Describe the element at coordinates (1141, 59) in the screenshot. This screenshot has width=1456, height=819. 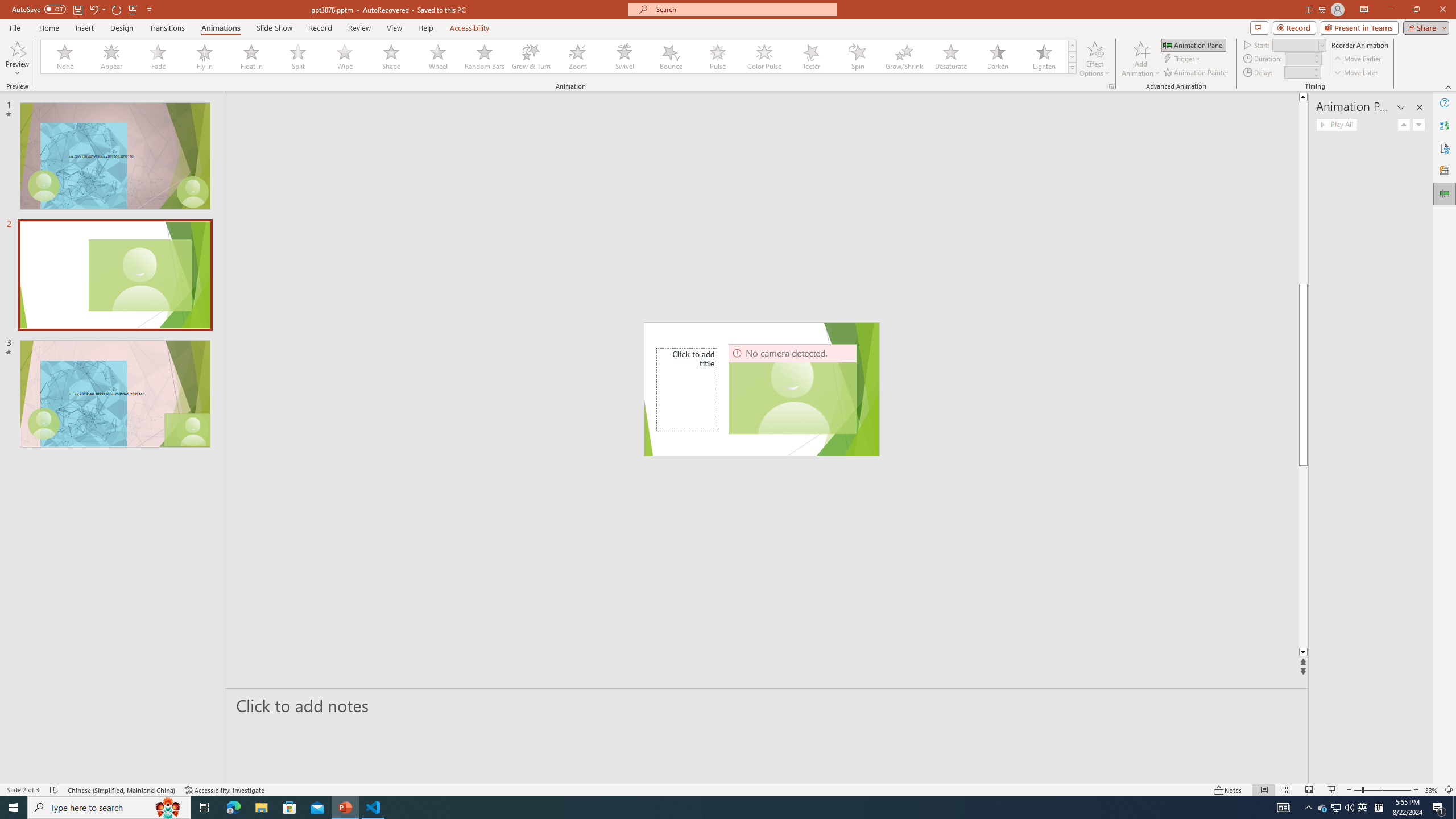
I see `'Add Animation'` at that location.